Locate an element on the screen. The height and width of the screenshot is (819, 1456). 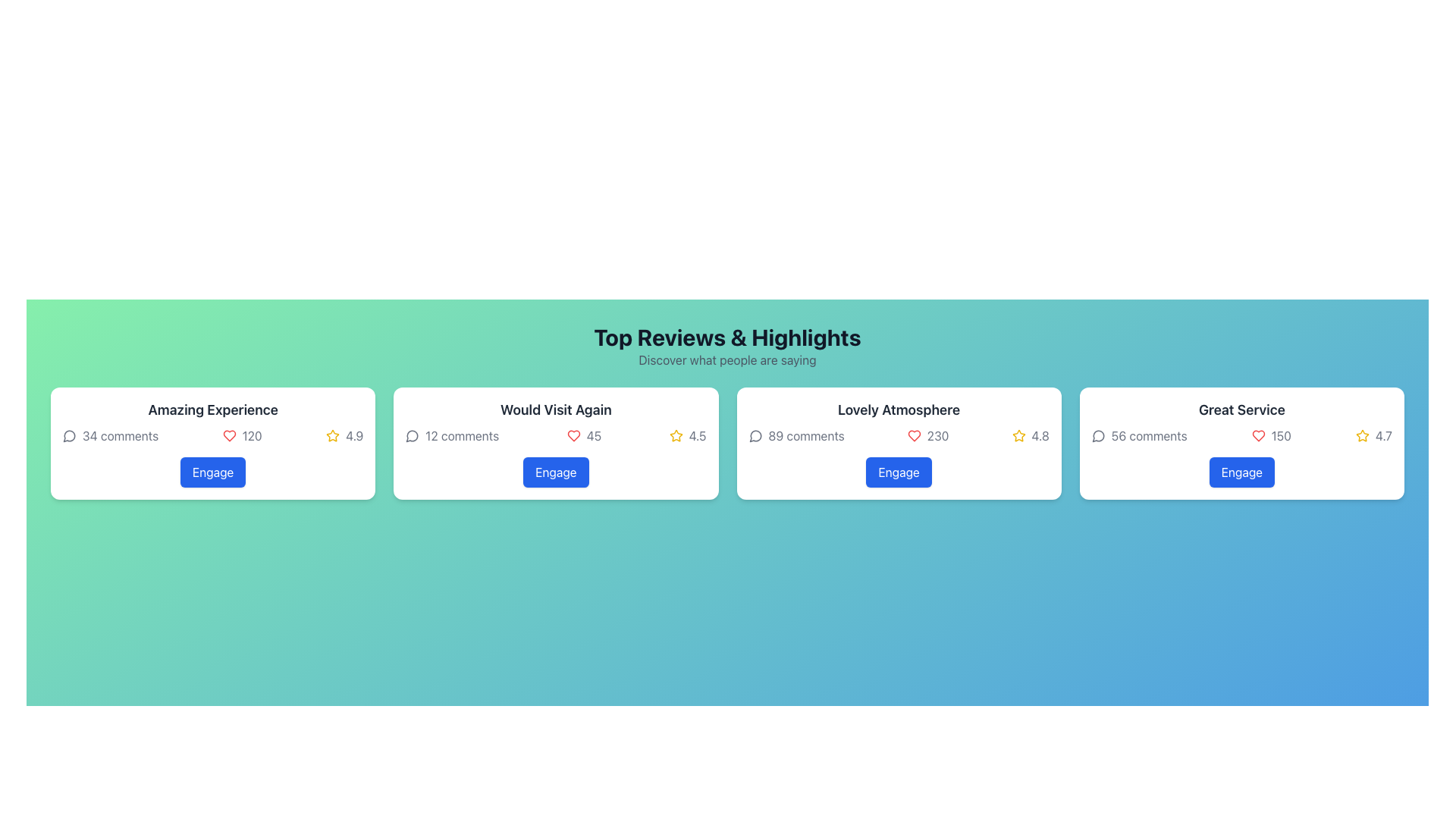
the Rating Indicator located in the bottom-right section of the first card under the category 'Amazing Experience', next to the heart icon and the numeric value '120' is located at coordinates (344, 435).